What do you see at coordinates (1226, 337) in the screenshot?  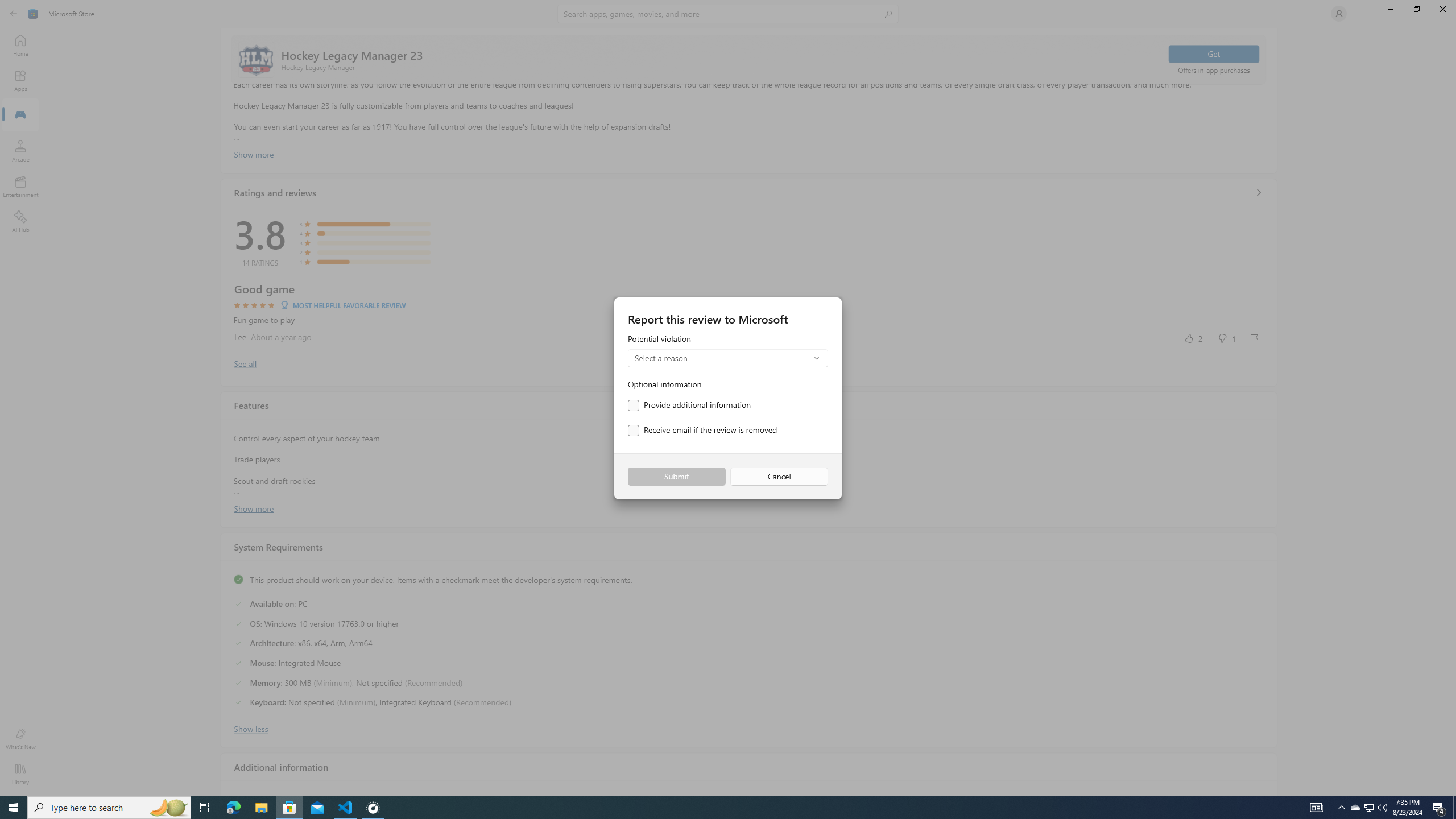 I see `'No, this was not helpful. 1 votes.'` at bounding box center [1226, 337].